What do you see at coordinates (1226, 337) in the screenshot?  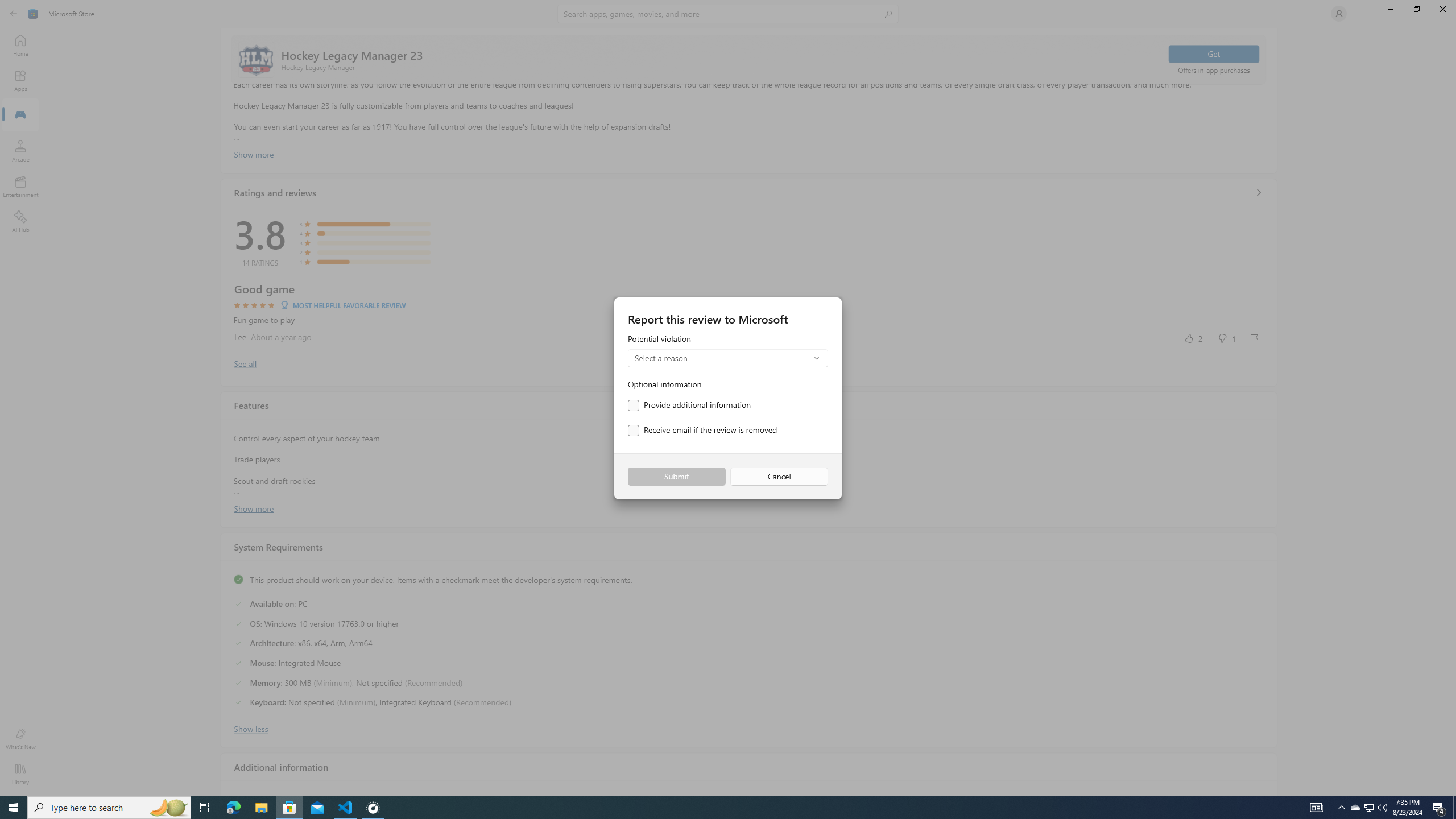 I see `'No, this was not helpful. 1 votes.'` at bounding box center [1226, 337].